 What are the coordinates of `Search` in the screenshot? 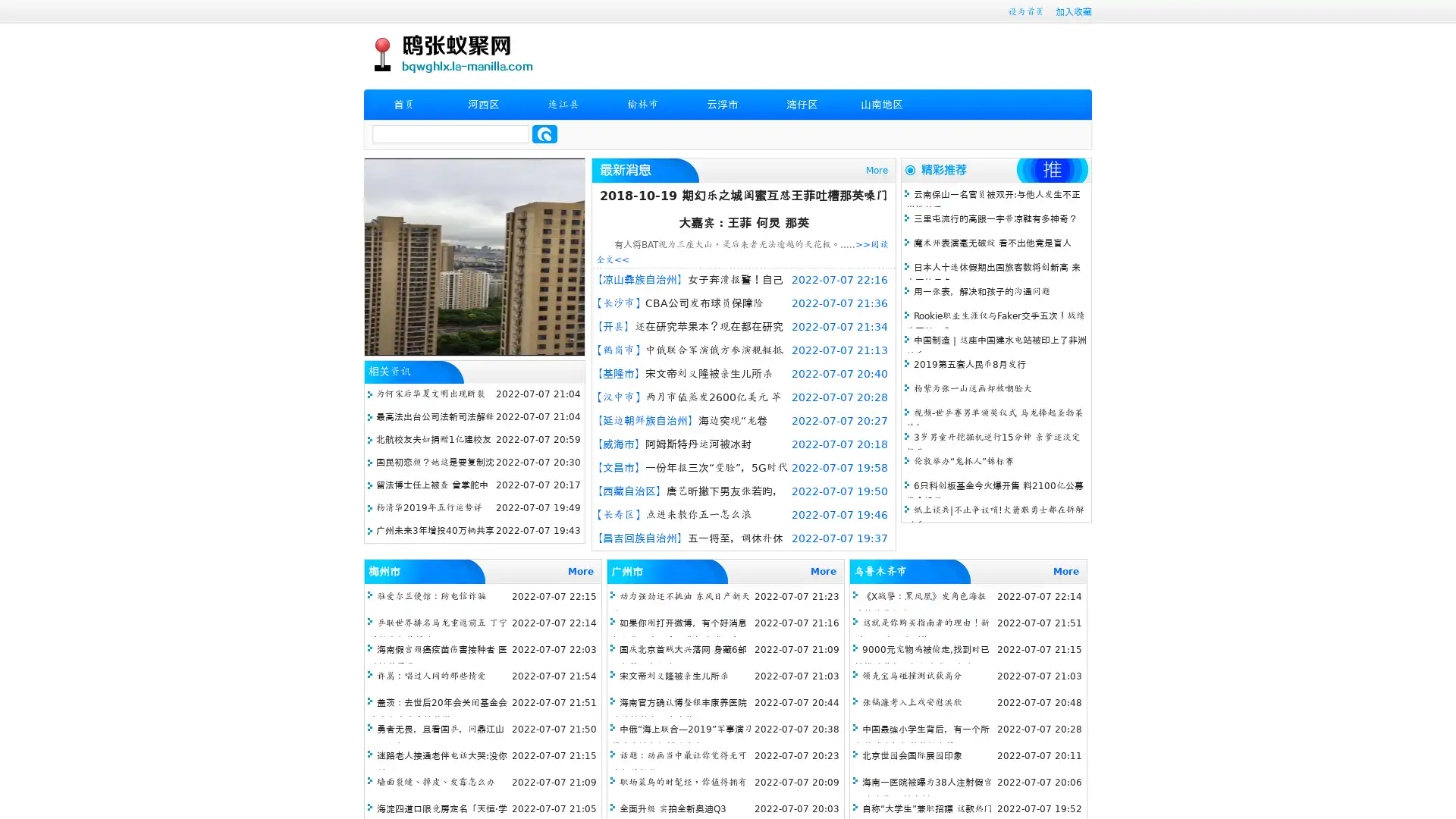 It's located at (544, 133).